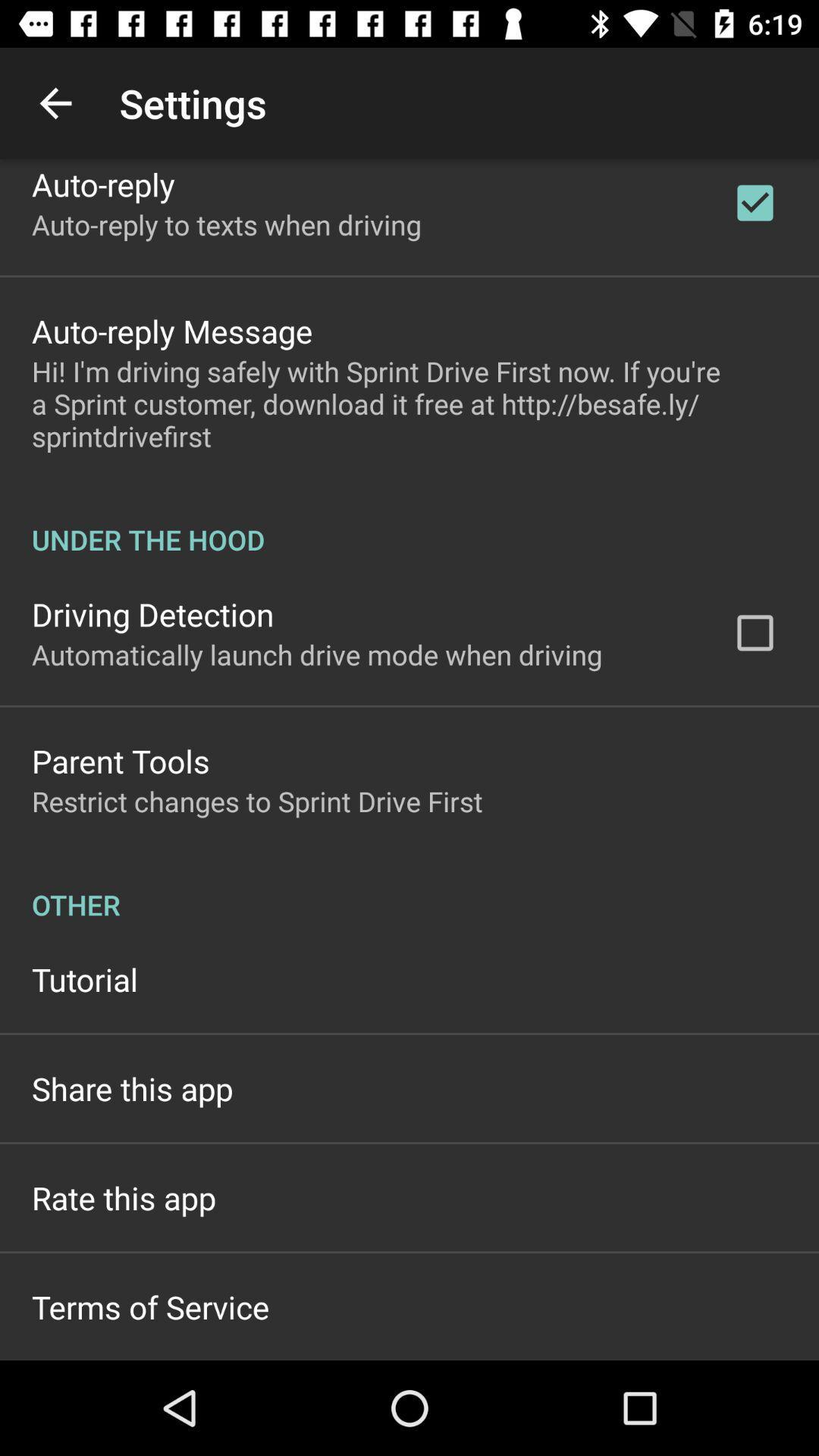 Image resolution: width=819 pixels, height=1456 pixels. Describe the element at coordinates (256, 800) in the screenshot. I see `icon below parent tools` at that location.